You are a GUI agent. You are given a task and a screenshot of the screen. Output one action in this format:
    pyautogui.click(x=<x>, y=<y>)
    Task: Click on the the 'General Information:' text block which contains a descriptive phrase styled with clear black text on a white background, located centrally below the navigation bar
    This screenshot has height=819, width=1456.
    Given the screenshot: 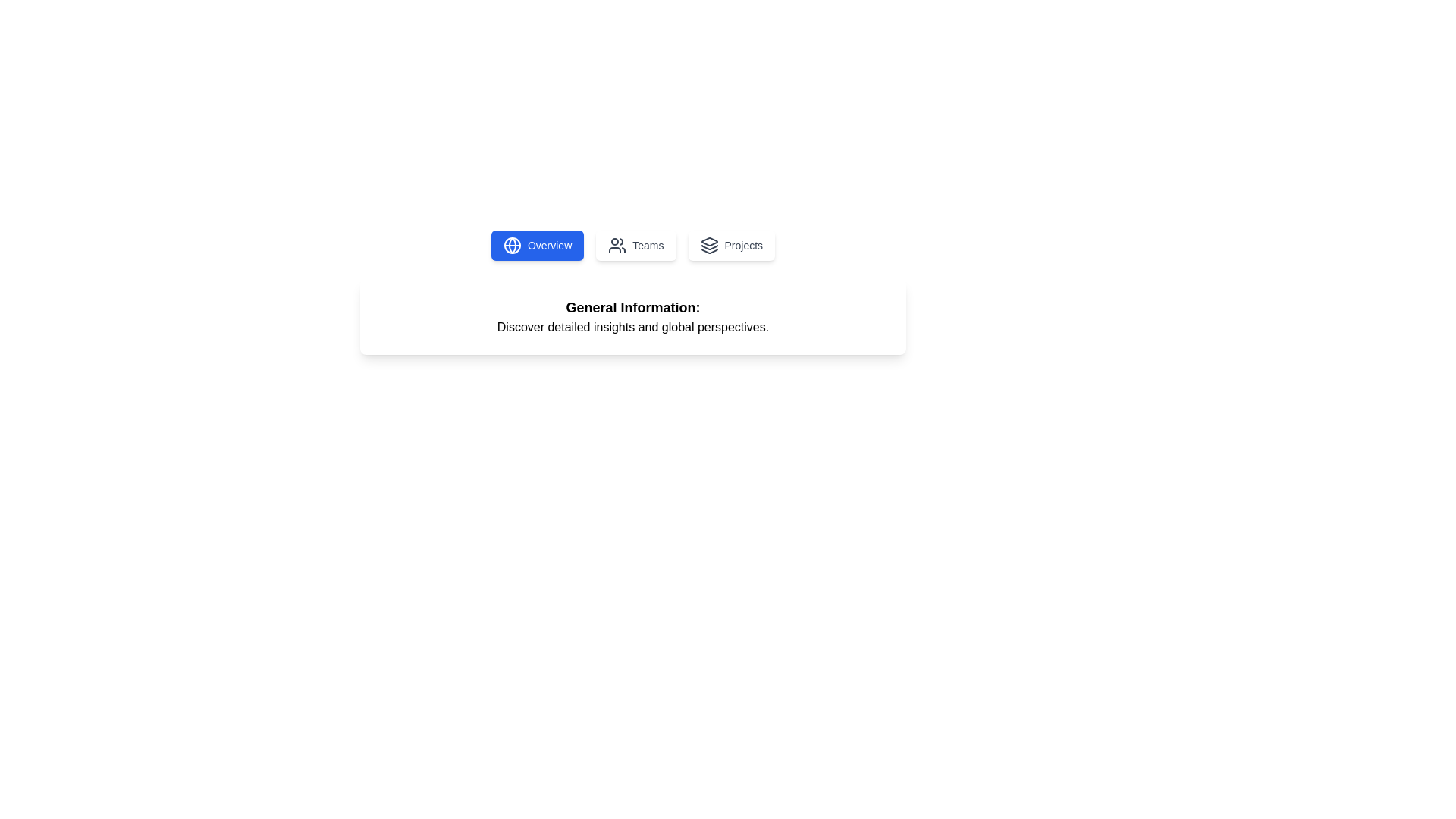 What is the action you would take?
    pyautogui.click(x=633, y=315)
    